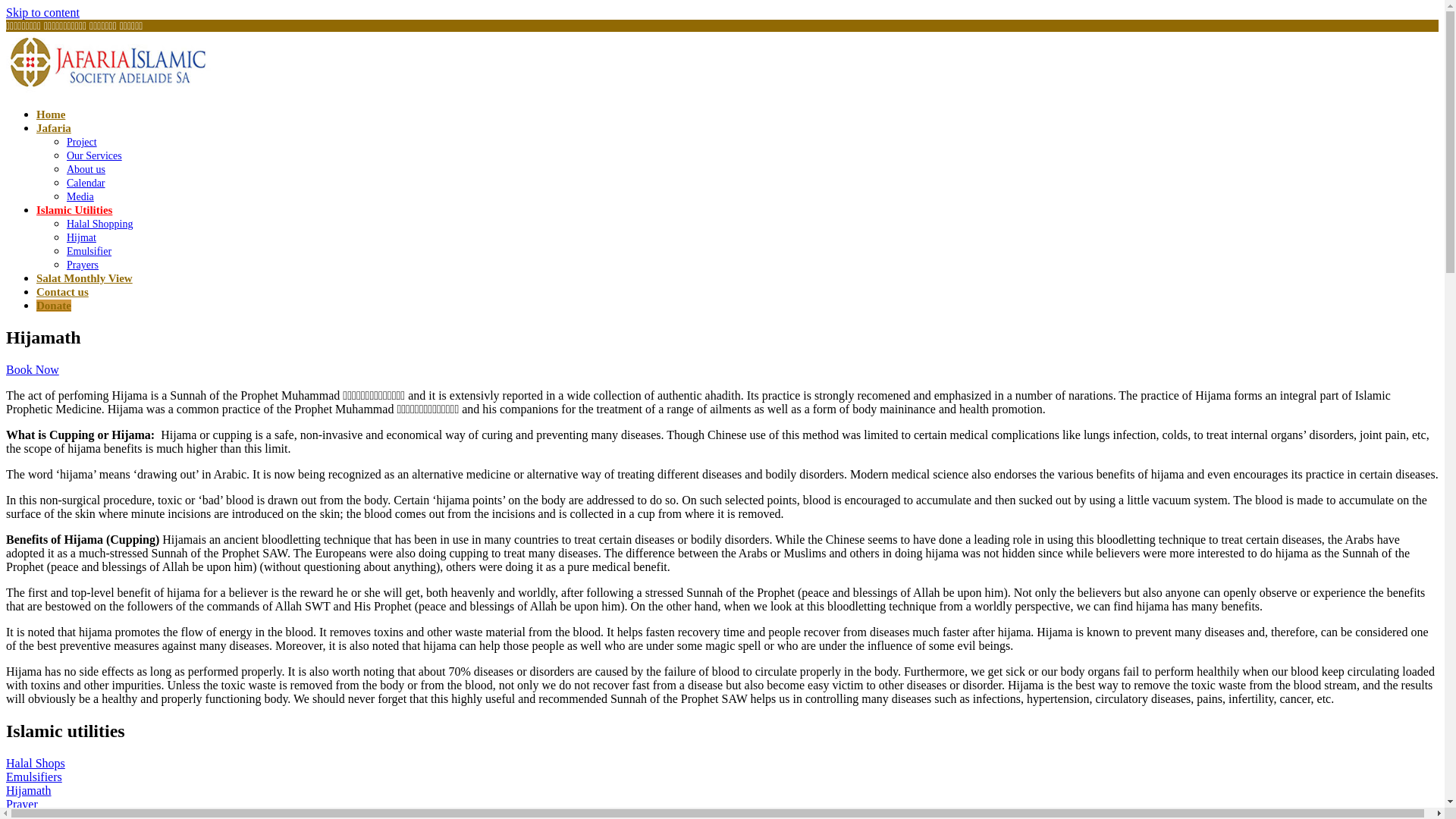 The image size is (1456, 819). I want to click on 'Prayer', so click(21, 803).